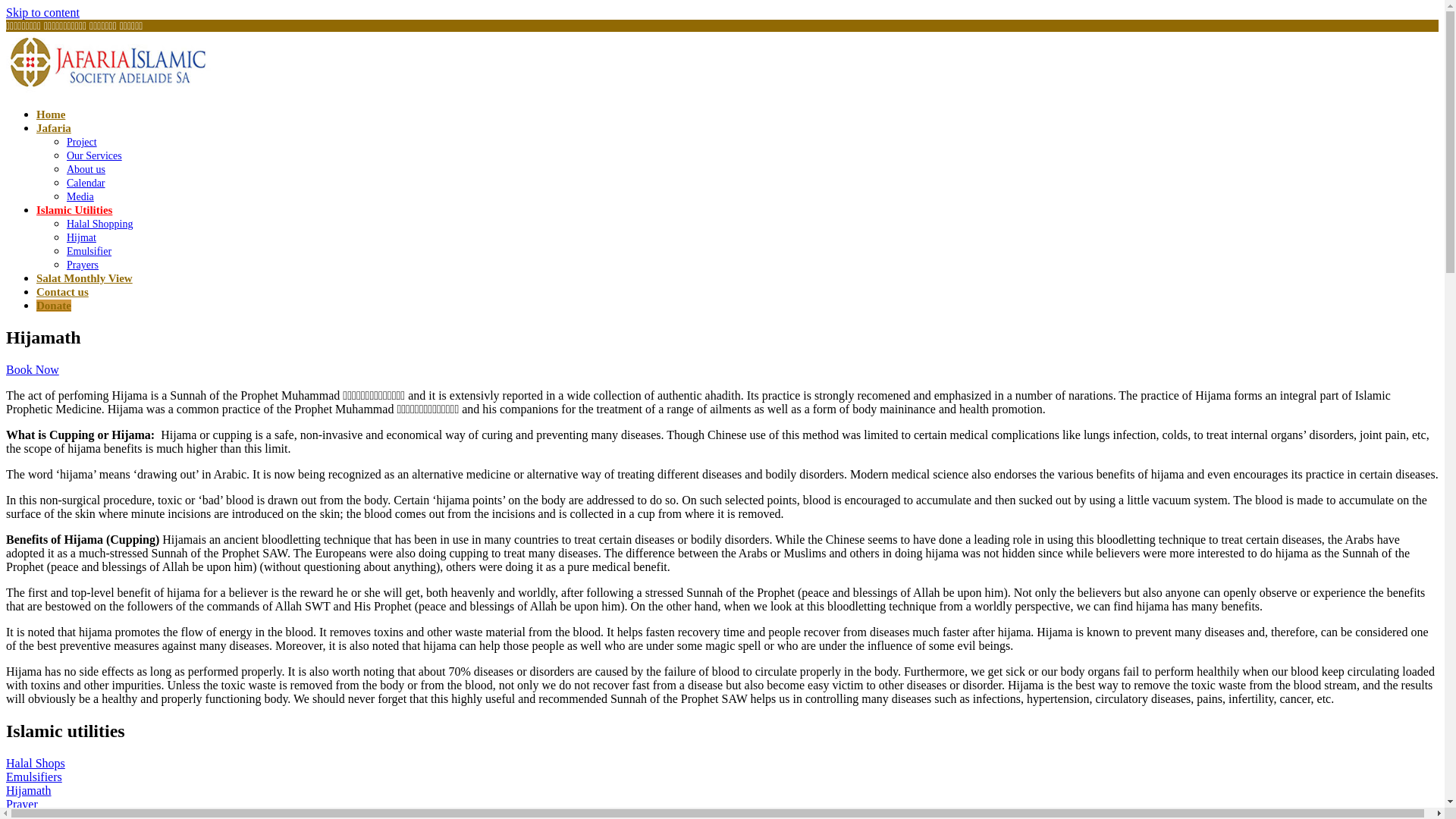 The image size is (1456, 819). I want to click on 'Prayer', so click(21, 803).